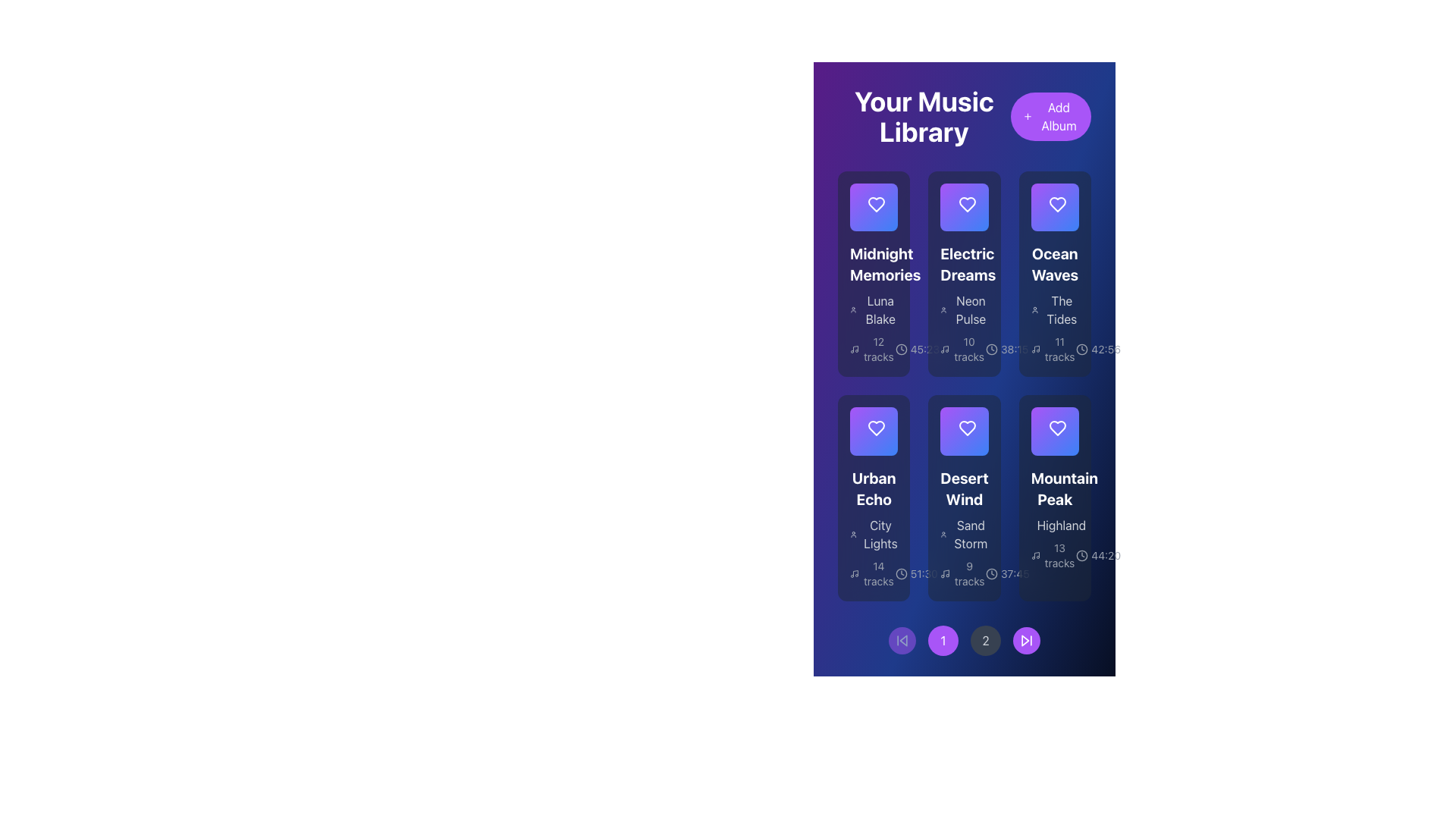  Describe the element at coordinates (968, 573) in the screenshot. I see `the textual information display that indicates the number of tracks in the 'Desert Wind' album, located in the lower section of the album card, near the left corner` at that location.